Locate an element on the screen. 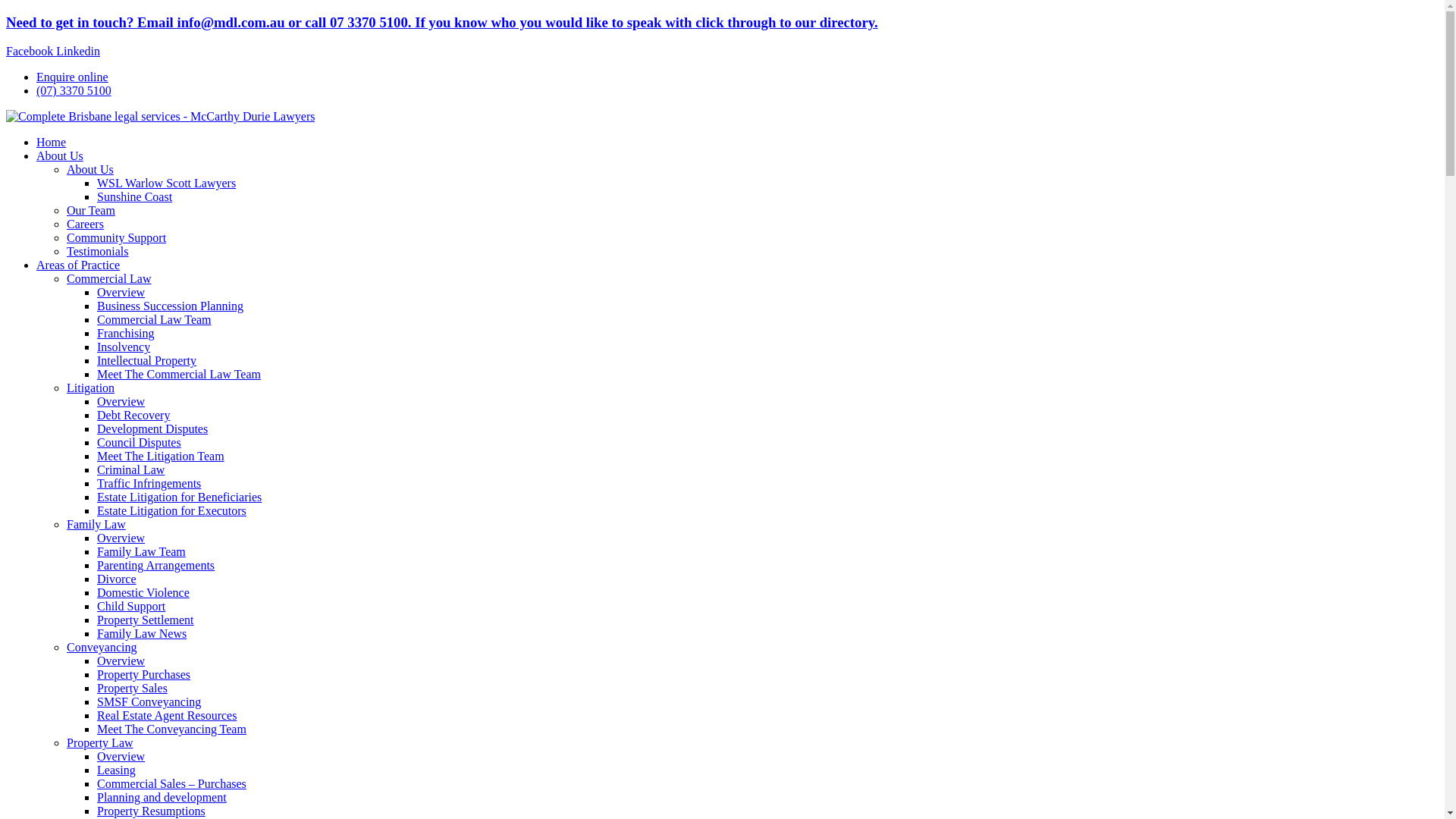 The height and width of the screenshot is (819, 1456). 'Debt Recovery' is located at coordinates (96, 415).